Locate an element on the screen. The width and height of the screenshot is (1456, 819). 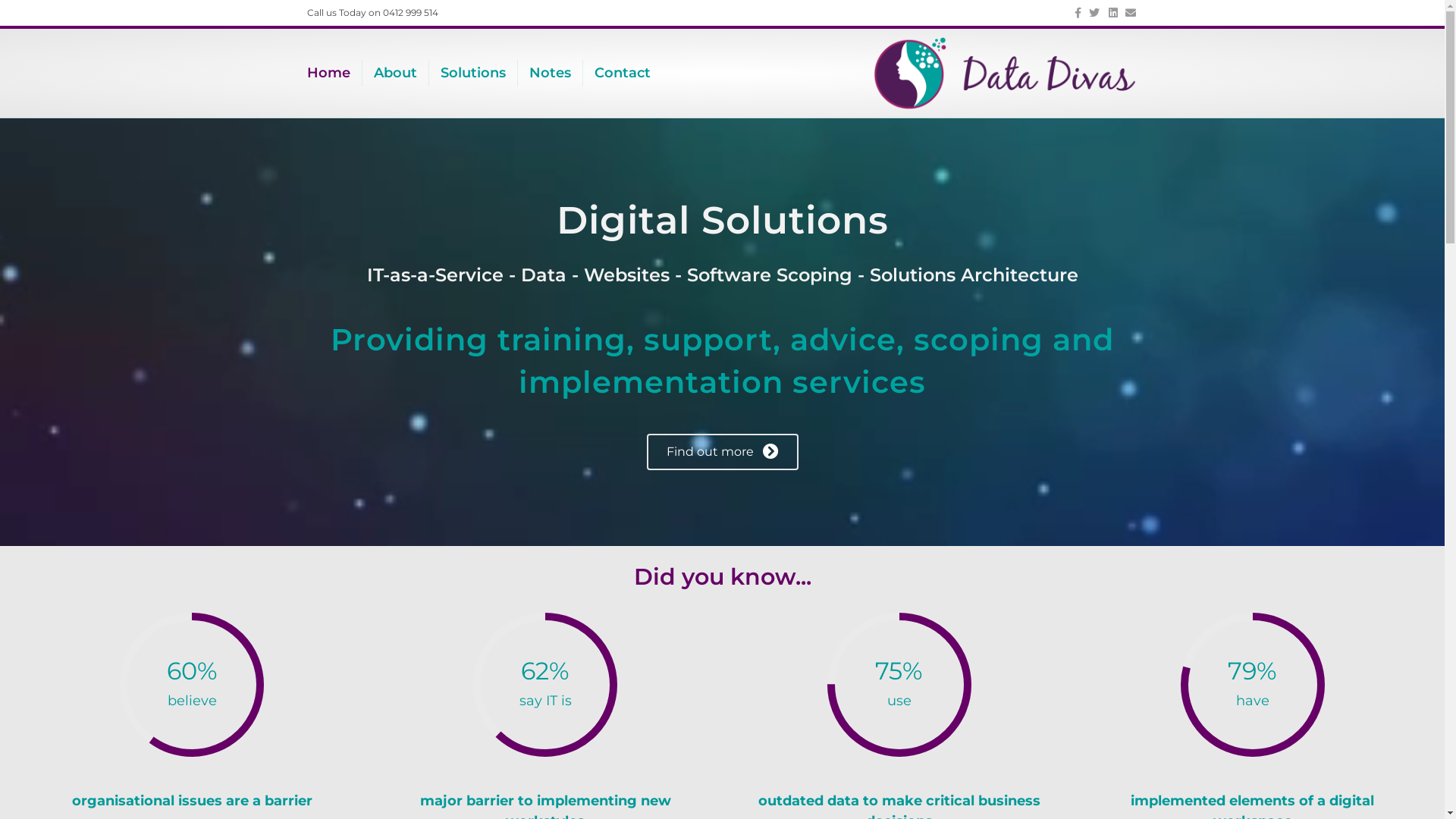
'Contact' is located at coordinates (622, 73).